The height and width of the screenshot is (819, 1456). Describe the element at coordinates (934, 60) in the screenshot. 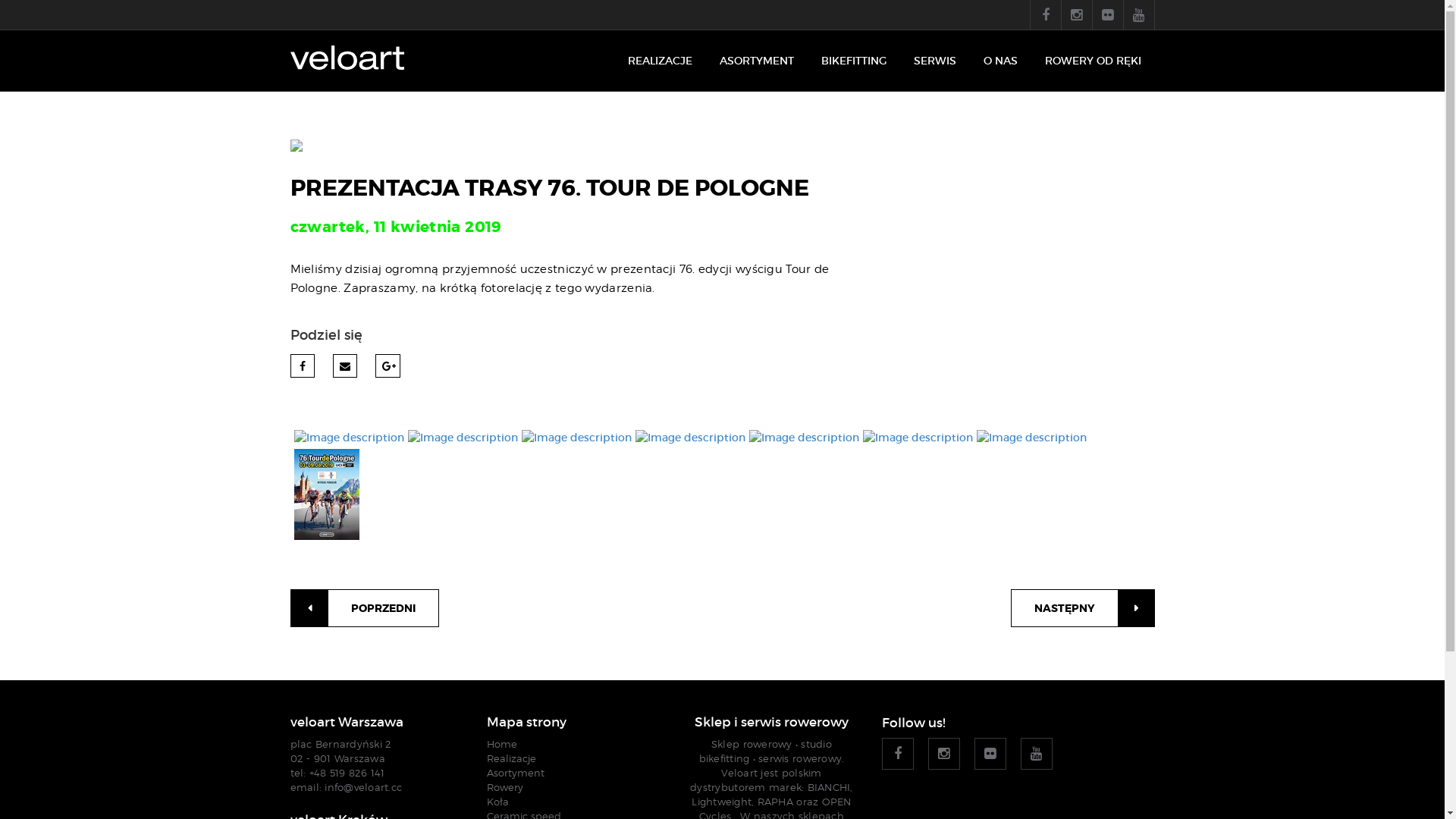

I see `'SERWIS'` at that location.